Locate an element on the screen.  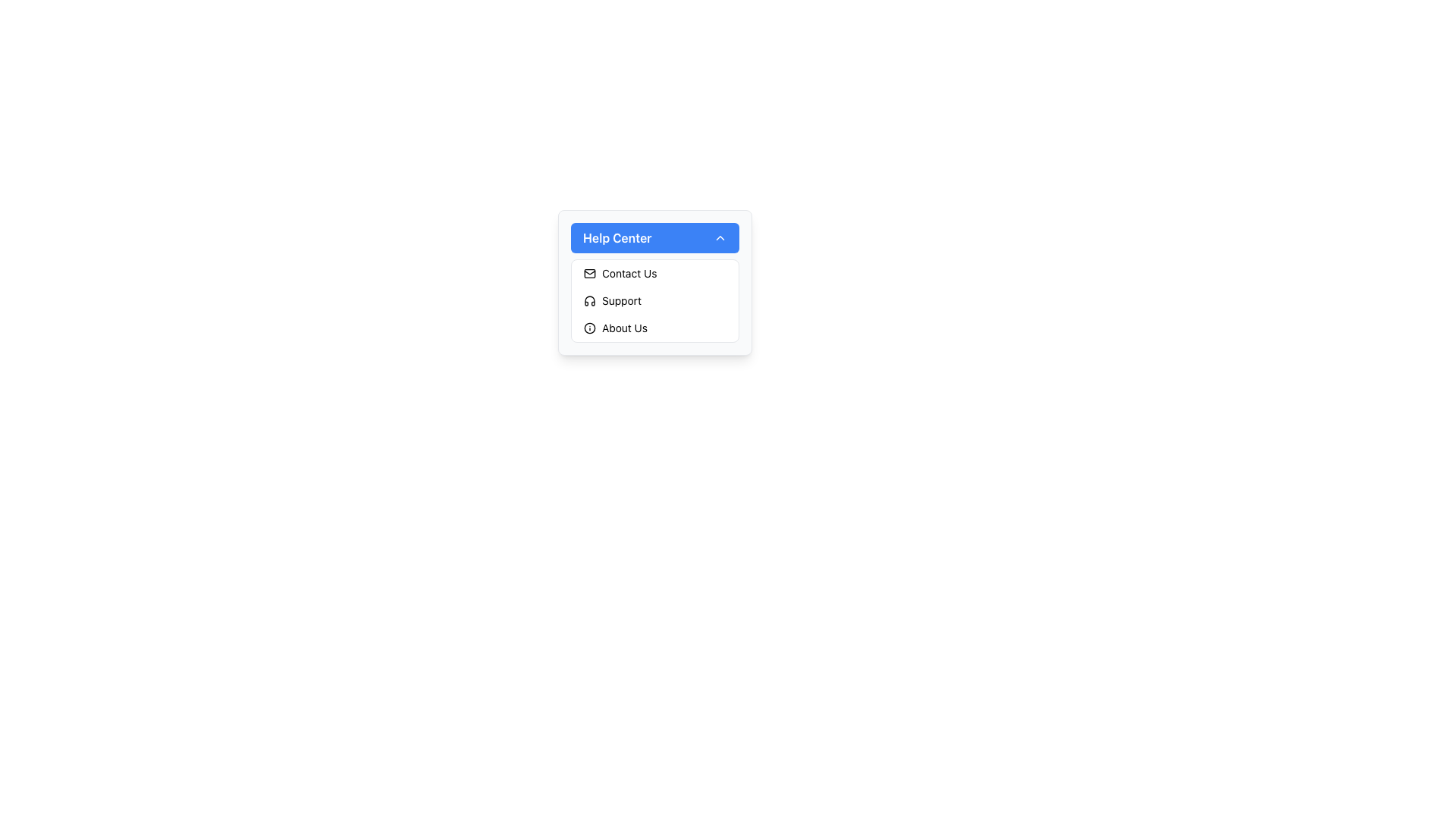
the rectangular shape with rounded corners that forms the base of the envelope icon in the 'Contact Us' item of the dropdown menu under the 'Help Center' section is located at coordinates (588, 274).